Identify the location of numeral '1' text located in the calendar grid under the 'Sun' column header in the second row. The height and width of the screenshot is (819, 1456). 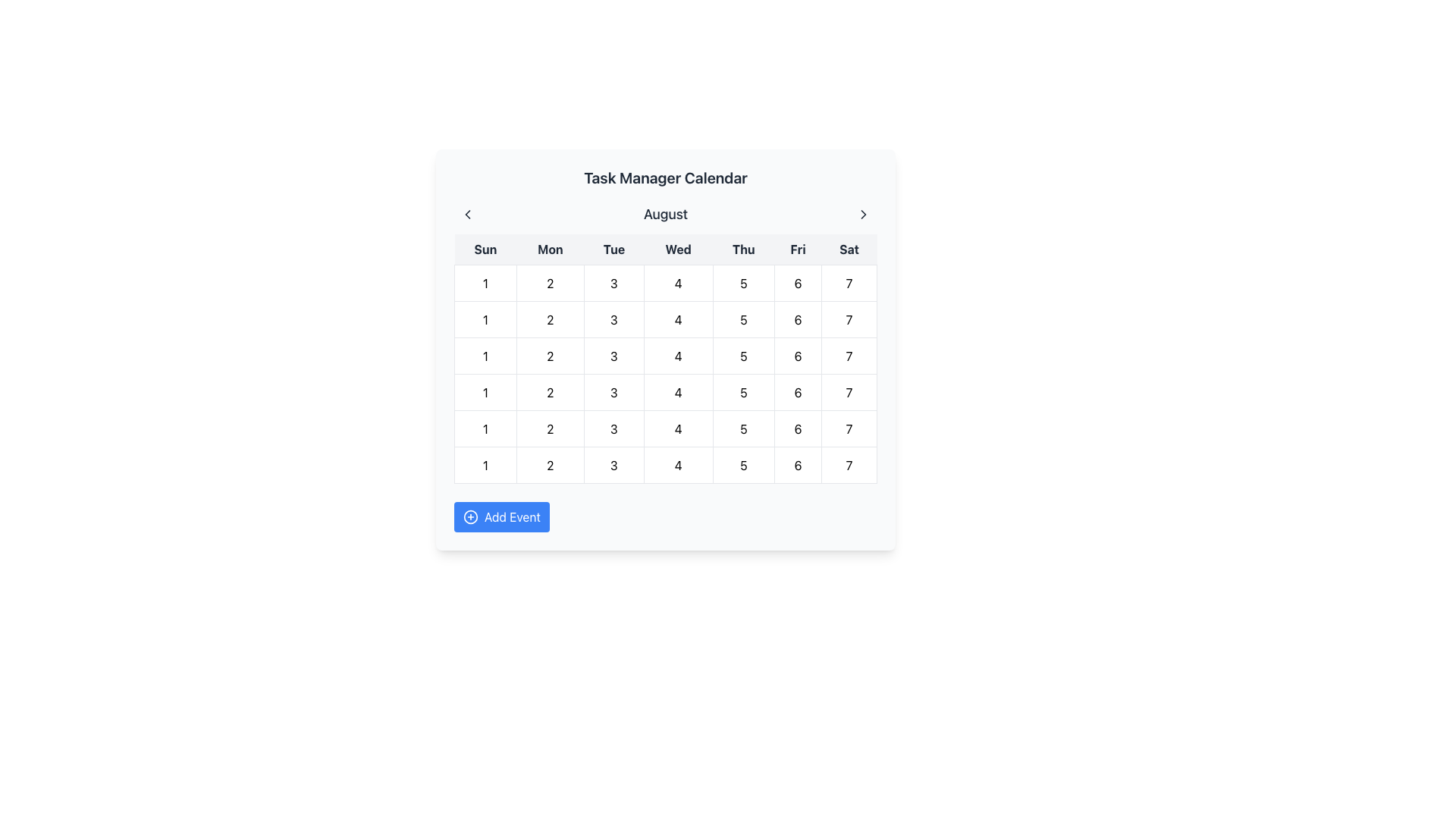
(485, 356).